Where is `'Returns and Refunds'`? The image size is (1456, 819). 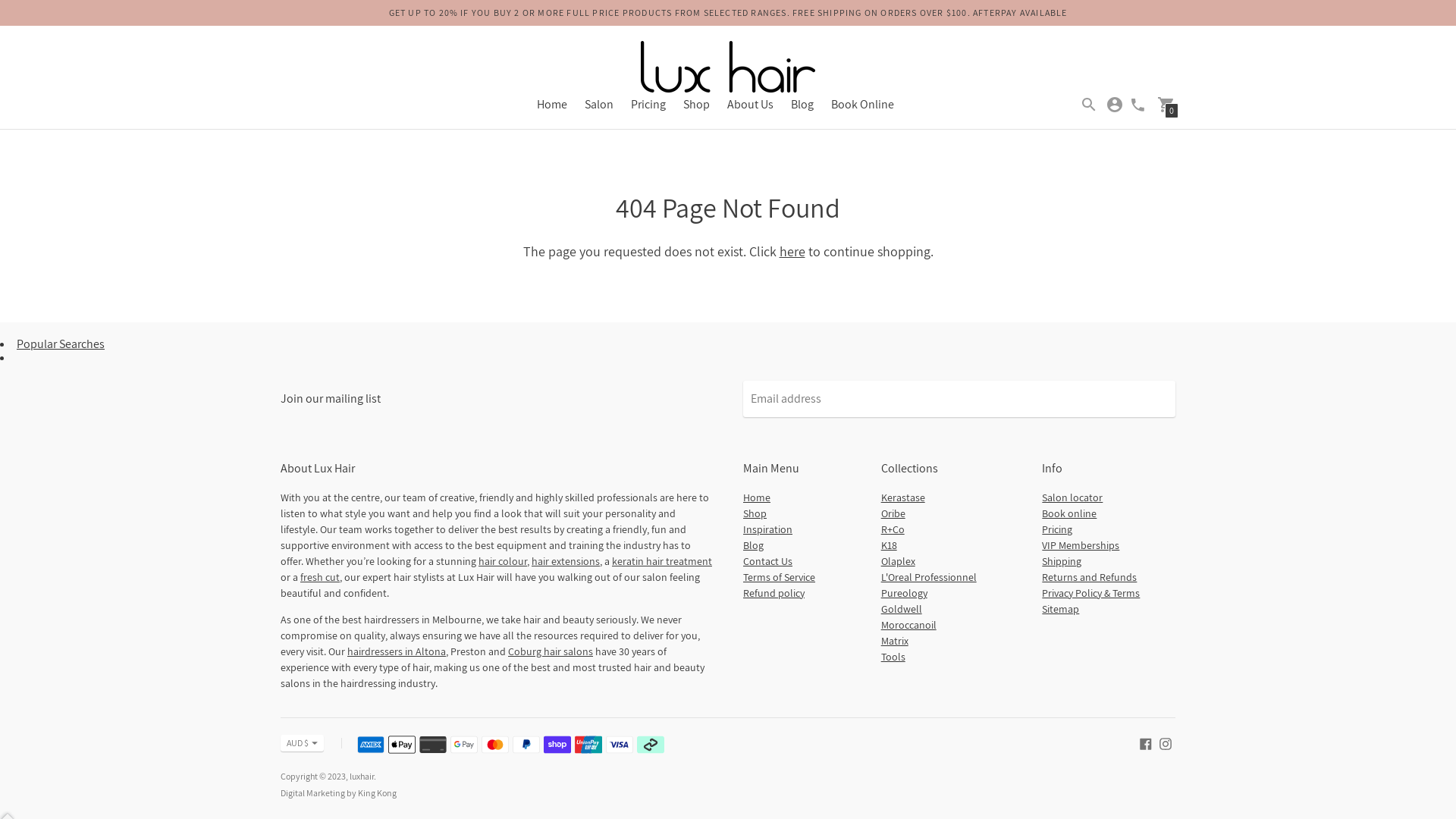
'Returns and Refunds' is located at coordinates (1088, 576).